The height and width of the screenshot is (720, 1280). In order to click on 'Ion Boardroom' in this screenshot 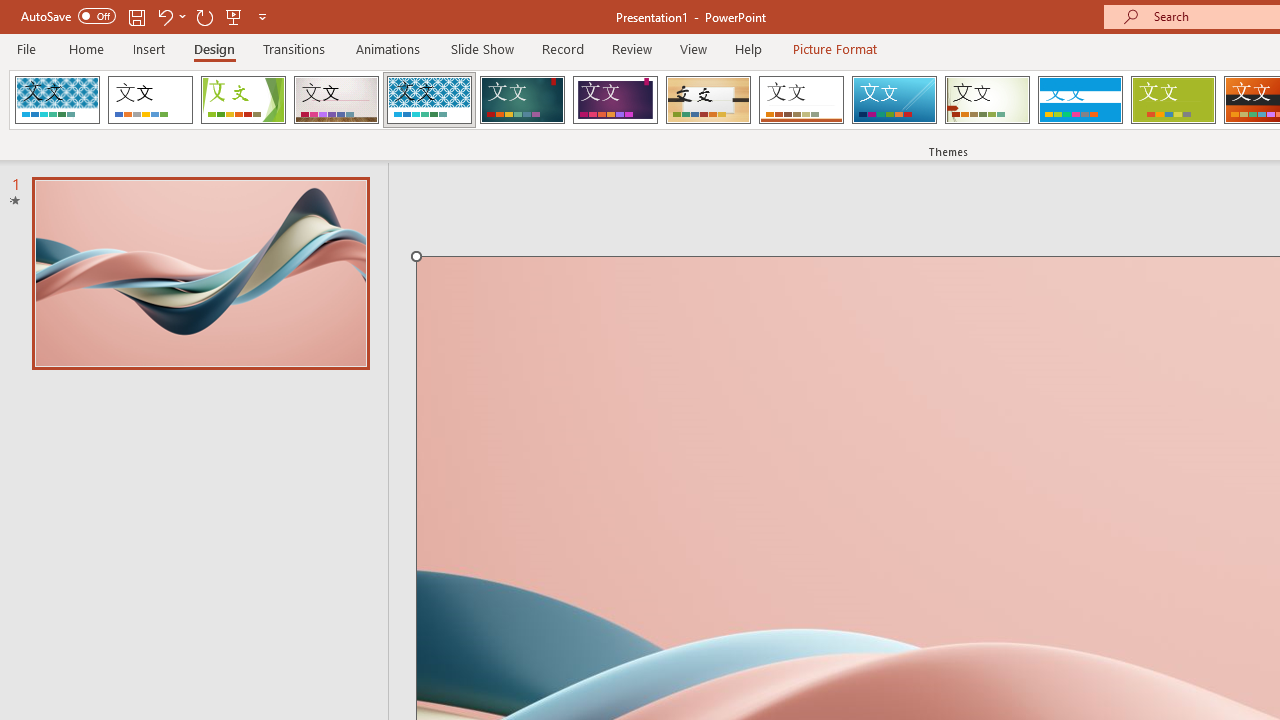, I will do `click(614, 100)`.